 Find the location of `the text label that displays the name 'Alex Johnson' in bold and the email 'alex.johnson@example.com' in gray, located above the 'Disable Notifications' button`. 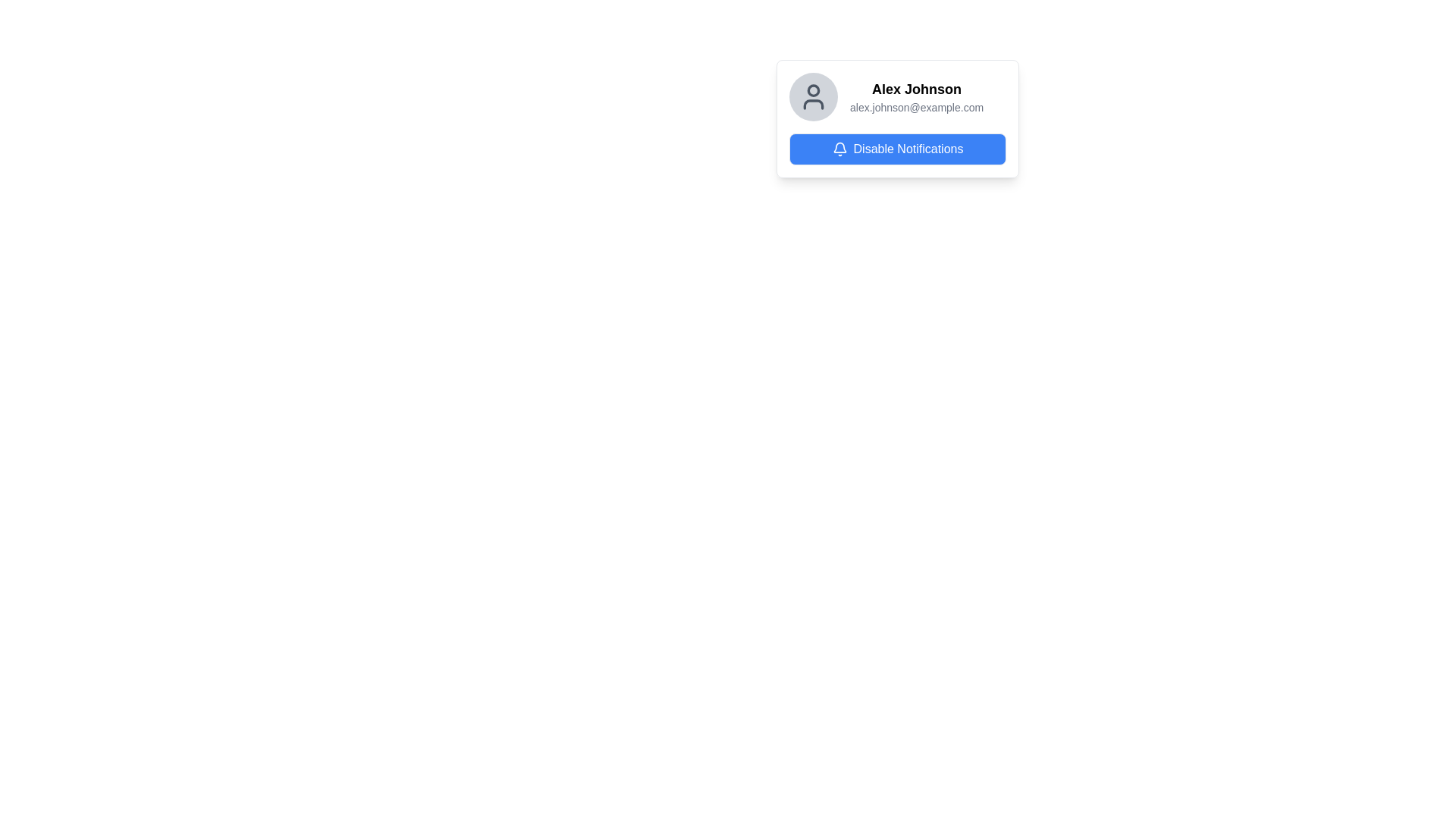

the text label that displays the name 'Alex Johnson' in bold and the email 'alex.johnson@example.com' in gray, located above the 'Disable Notifications' button is located at coordinates (916, 96).